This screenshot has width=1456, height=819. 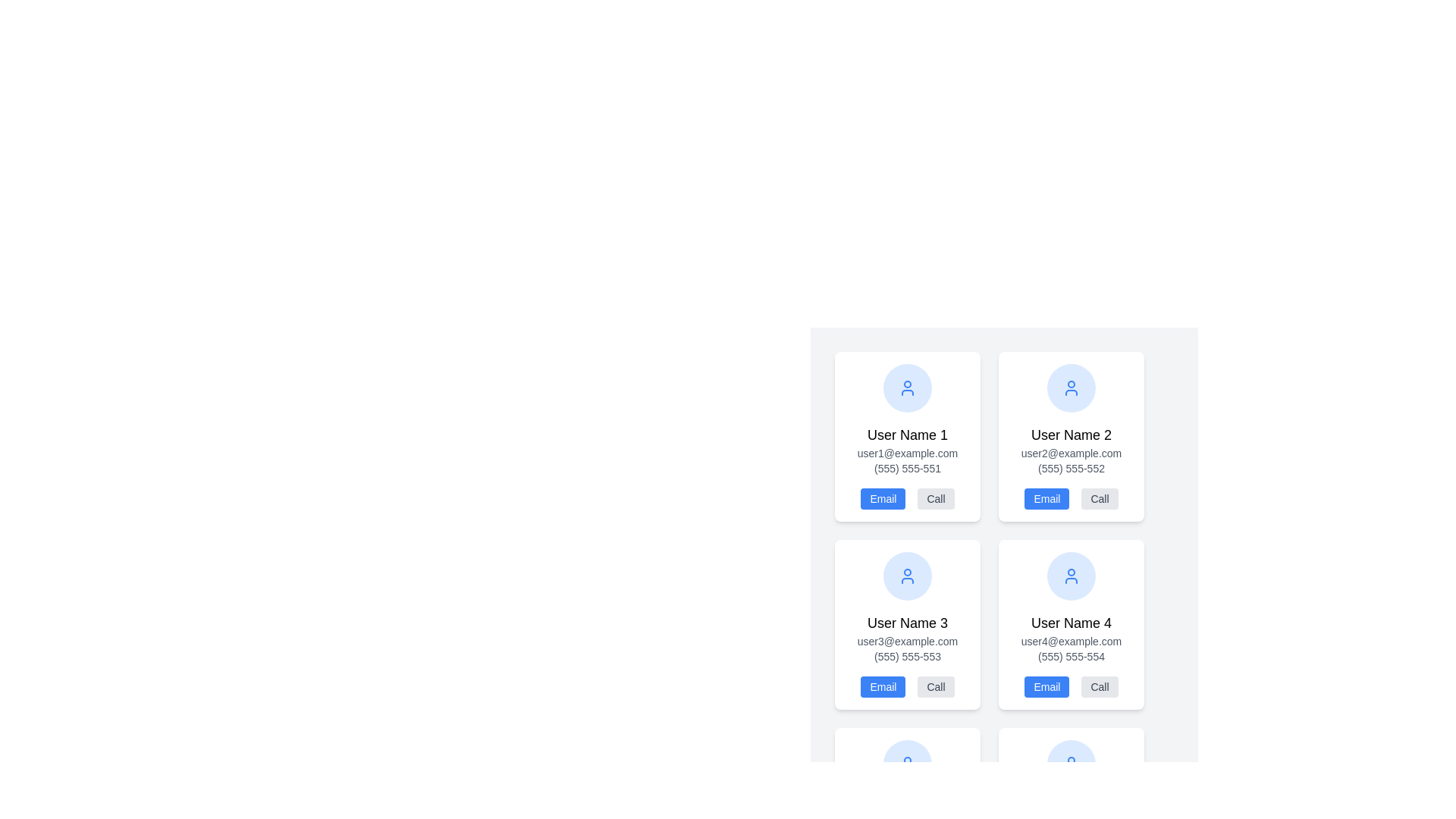 What do you see at coordinates (1046, 499) in the screenshot?
I see `the blue rectangular button labeled 'Email' with rounded corners, located at the bottom section of the contact information card for 'User Name 2'` at bounding box center [1046, 499].